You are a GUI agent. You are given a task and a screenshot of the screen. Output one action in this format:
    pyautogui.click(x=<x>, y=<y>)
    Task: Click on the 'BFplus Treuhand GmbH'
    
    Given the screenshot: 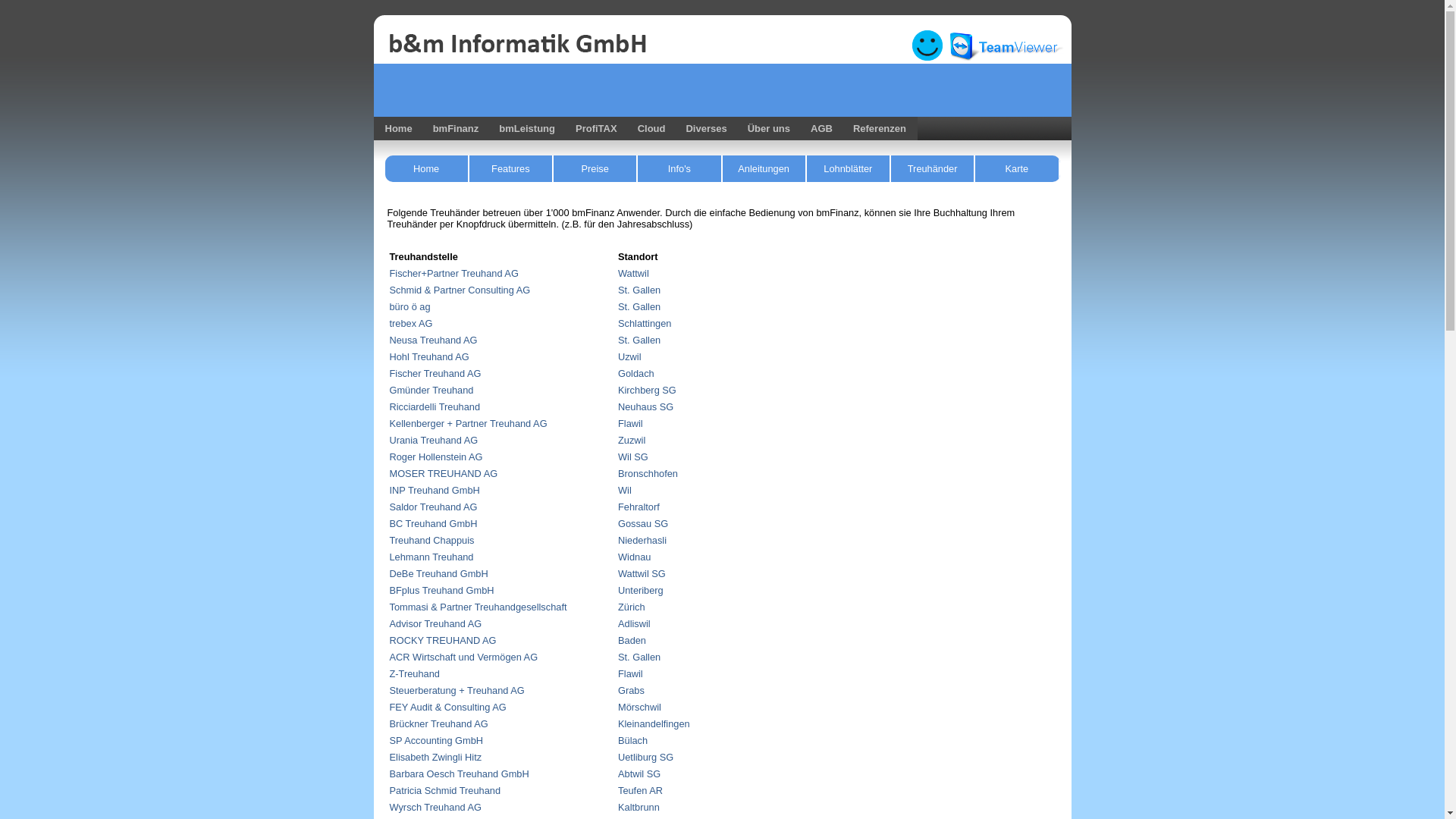 What is the action you would take?
    pyautogui.click(x=441, y=589)
    